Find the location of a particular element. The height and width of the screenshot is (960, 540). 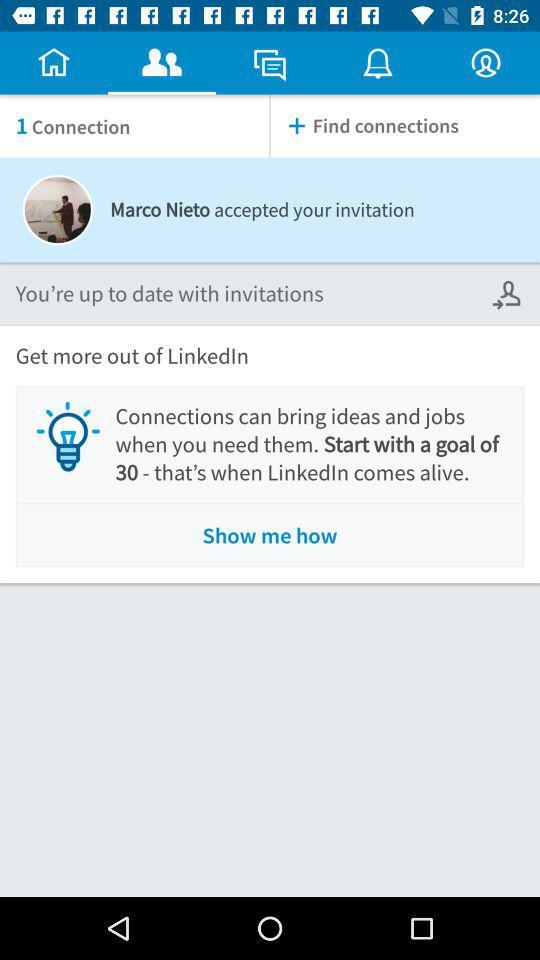

icon next to you re up is located at coordinates (508, 293).